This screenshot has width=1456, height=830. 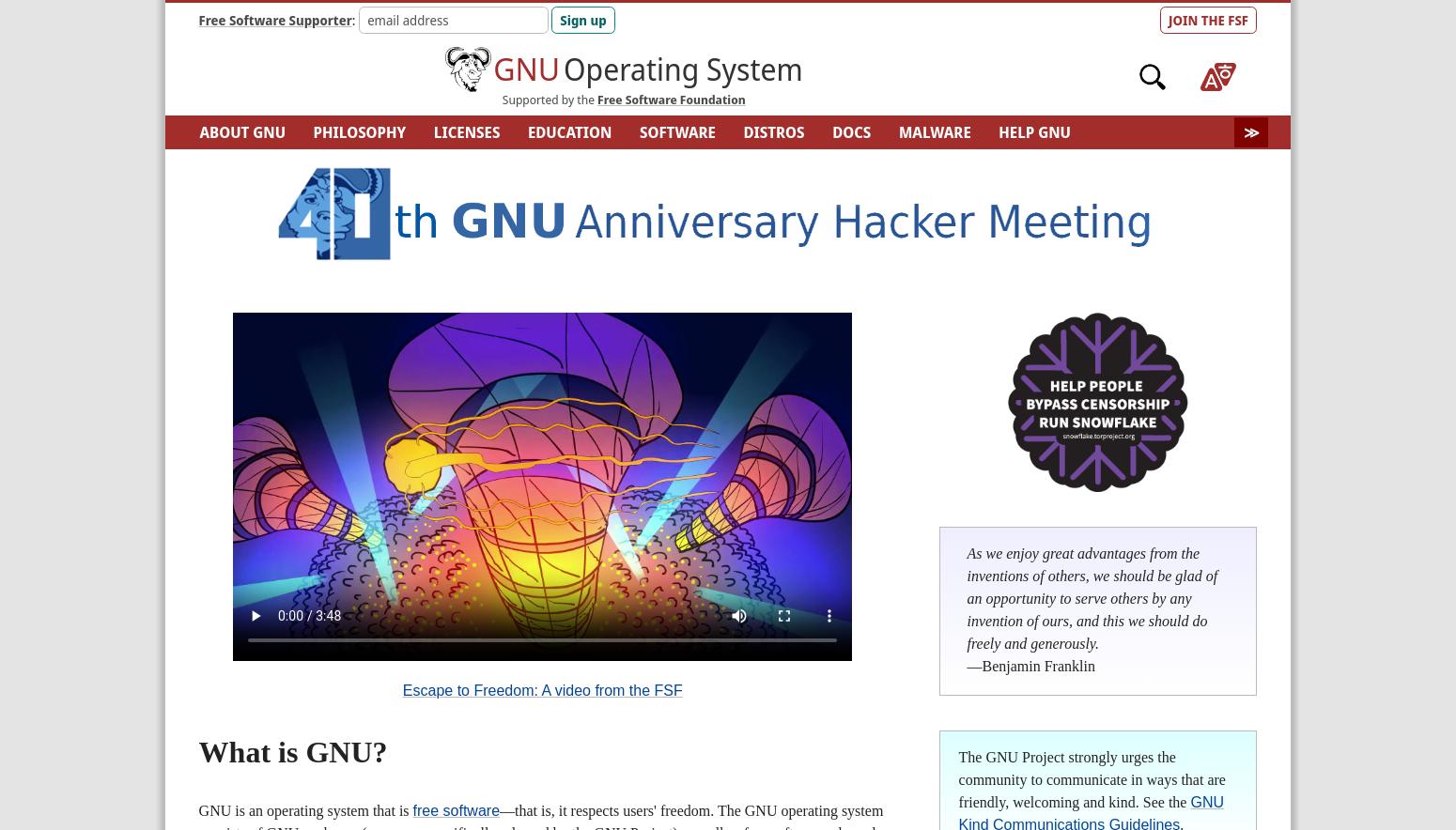 What do you see at coordinates (1168, 19) in the screenshot?
I see `'JOIN THE FSF'` at bounding box center [1168, 19].